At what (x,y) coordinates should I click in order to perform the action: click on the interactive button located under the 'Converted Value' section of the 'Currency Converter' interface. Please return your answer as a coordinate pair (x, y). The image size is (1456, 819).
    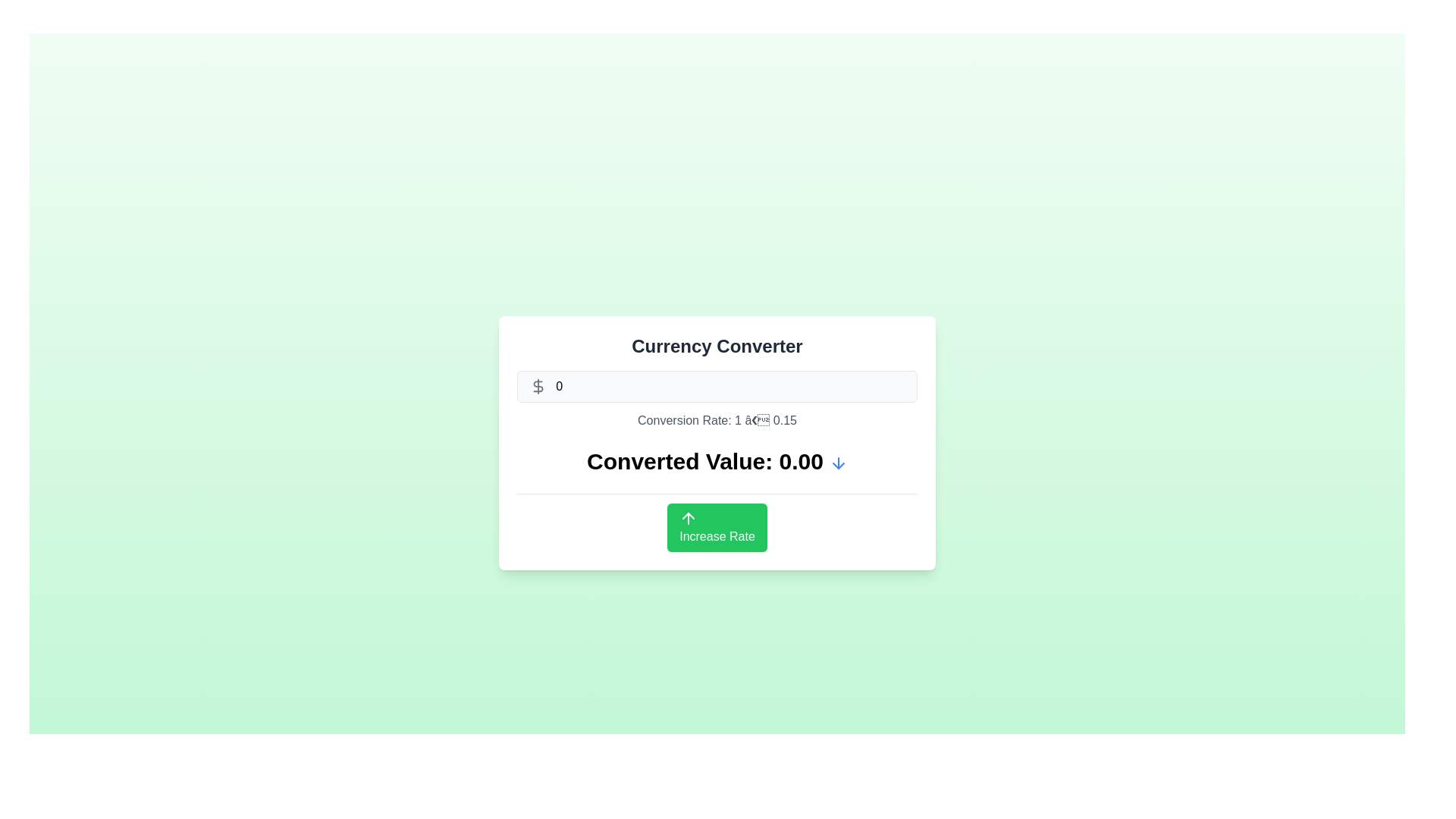
    Looking at the image, I should click on (716, 526).